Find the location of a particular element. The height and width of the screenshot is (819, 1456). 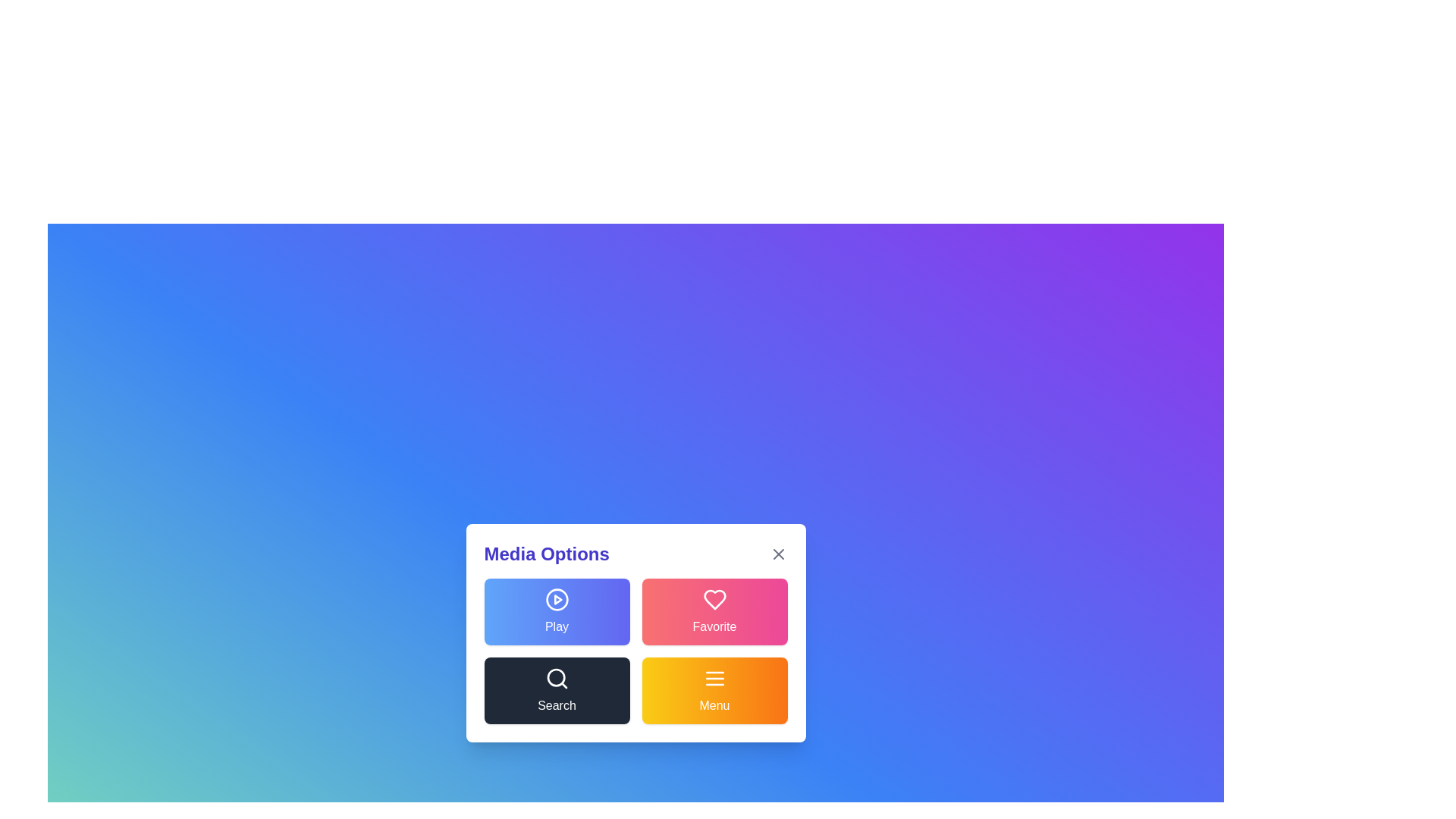

the text label header at the upper left of the modal window, which categorizes the content below and is positioned above the four large buttons is located at coordinates (546, 554).